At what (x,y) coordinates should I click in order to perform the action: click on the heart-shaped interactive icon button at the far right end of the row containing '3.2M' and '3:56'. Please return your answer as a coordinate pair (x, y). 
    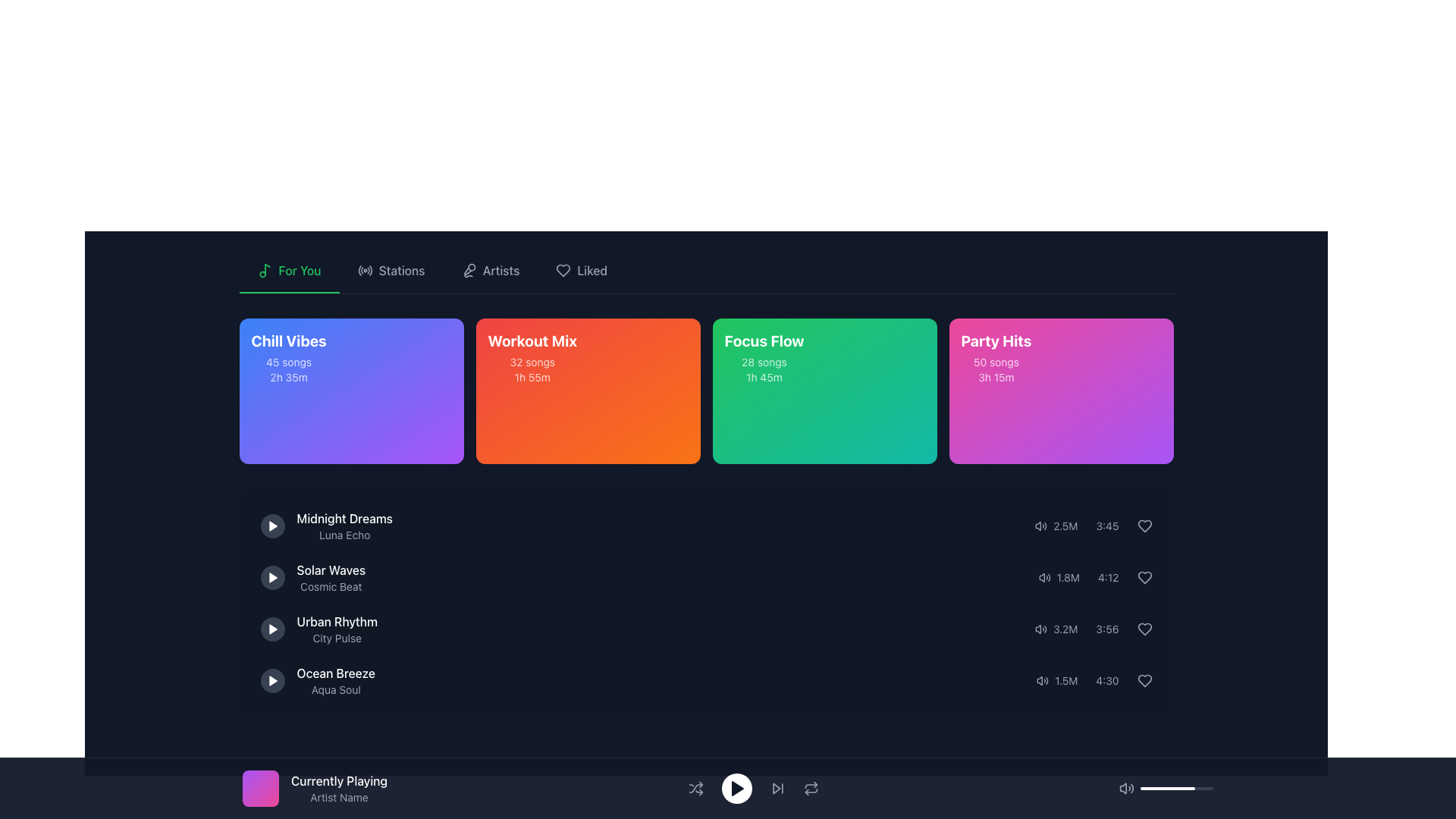
    Looking at the image, I should click on (1144, 629).